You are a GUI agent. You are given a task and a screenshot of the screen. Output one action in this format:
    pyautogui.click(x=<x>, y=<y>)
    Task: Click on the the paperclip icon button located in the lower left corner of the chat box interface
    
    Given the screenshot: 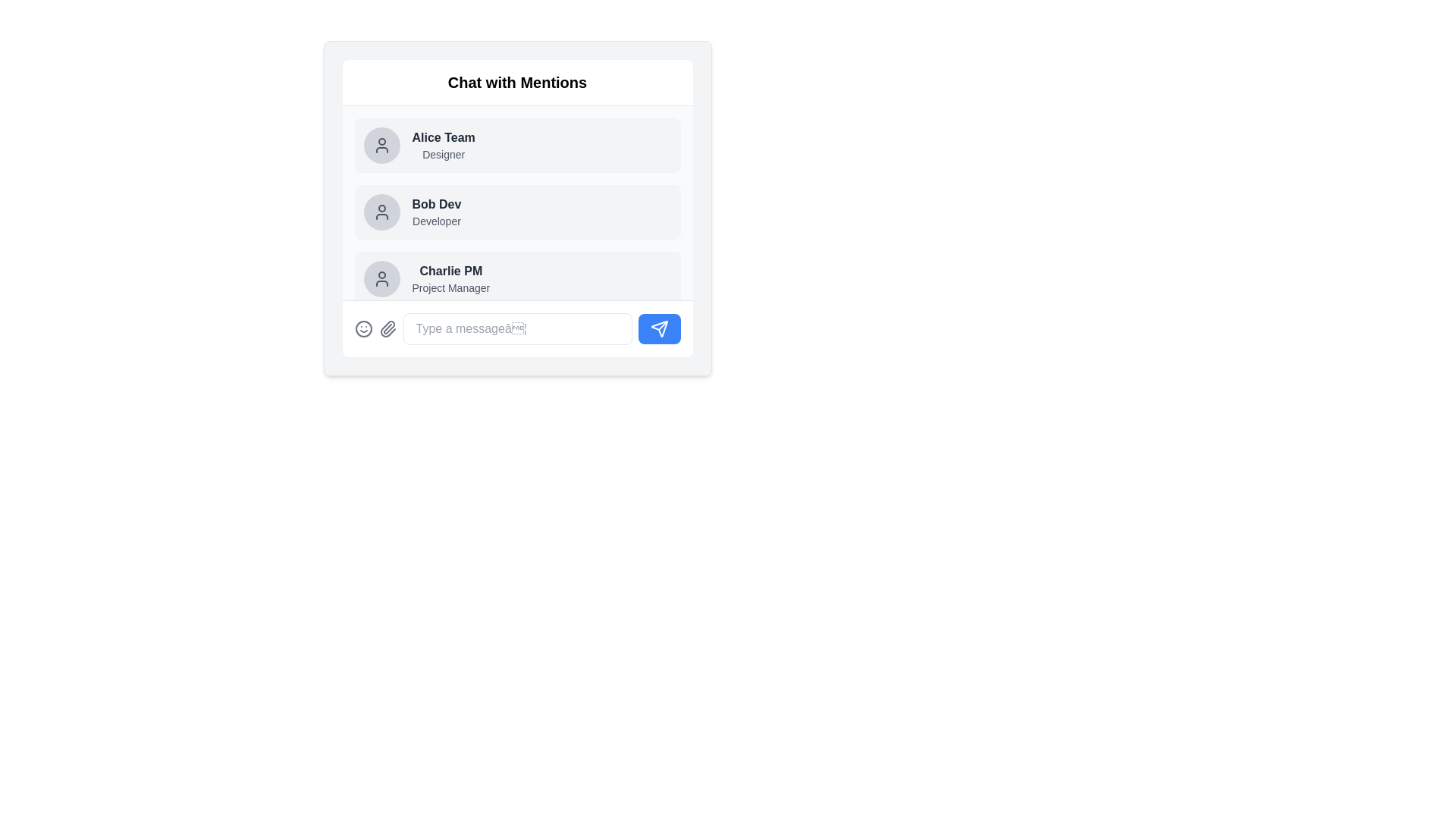 What is the action you would take?
    pyautogui.click(x=388, y=328)
    